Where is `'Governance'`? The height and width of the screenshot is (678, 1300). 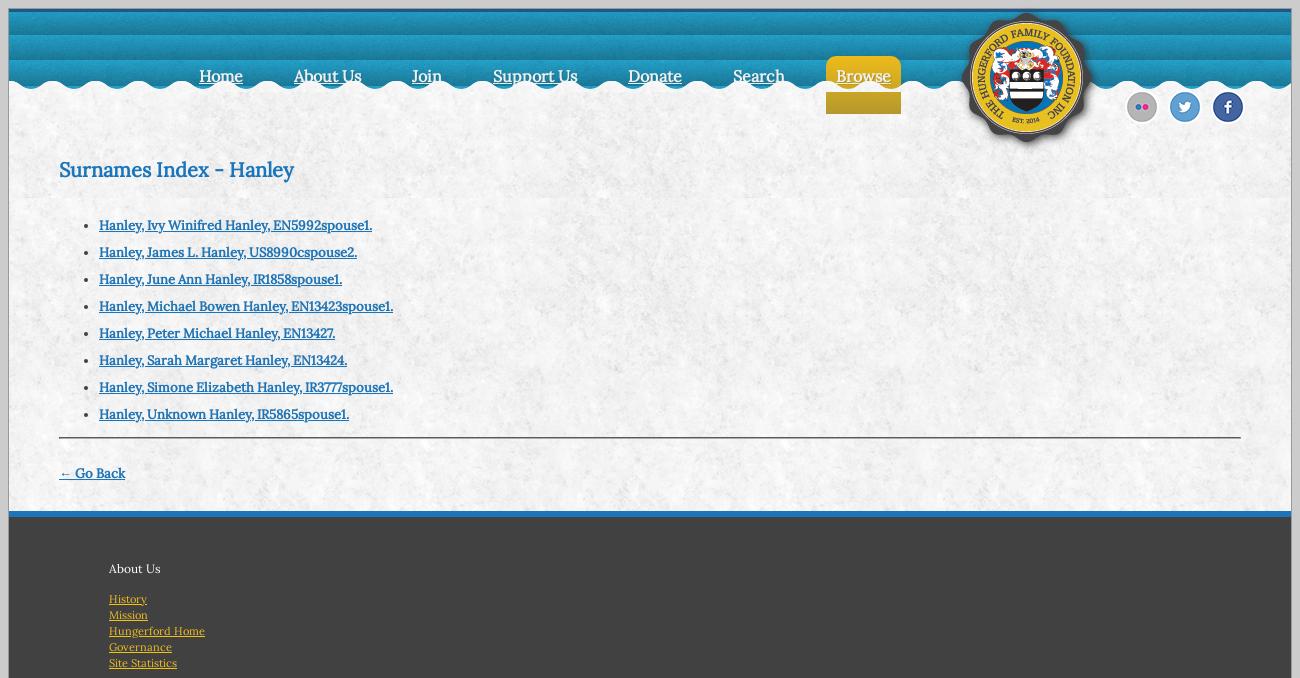
'Governance' is located at coordinates (108, 645).